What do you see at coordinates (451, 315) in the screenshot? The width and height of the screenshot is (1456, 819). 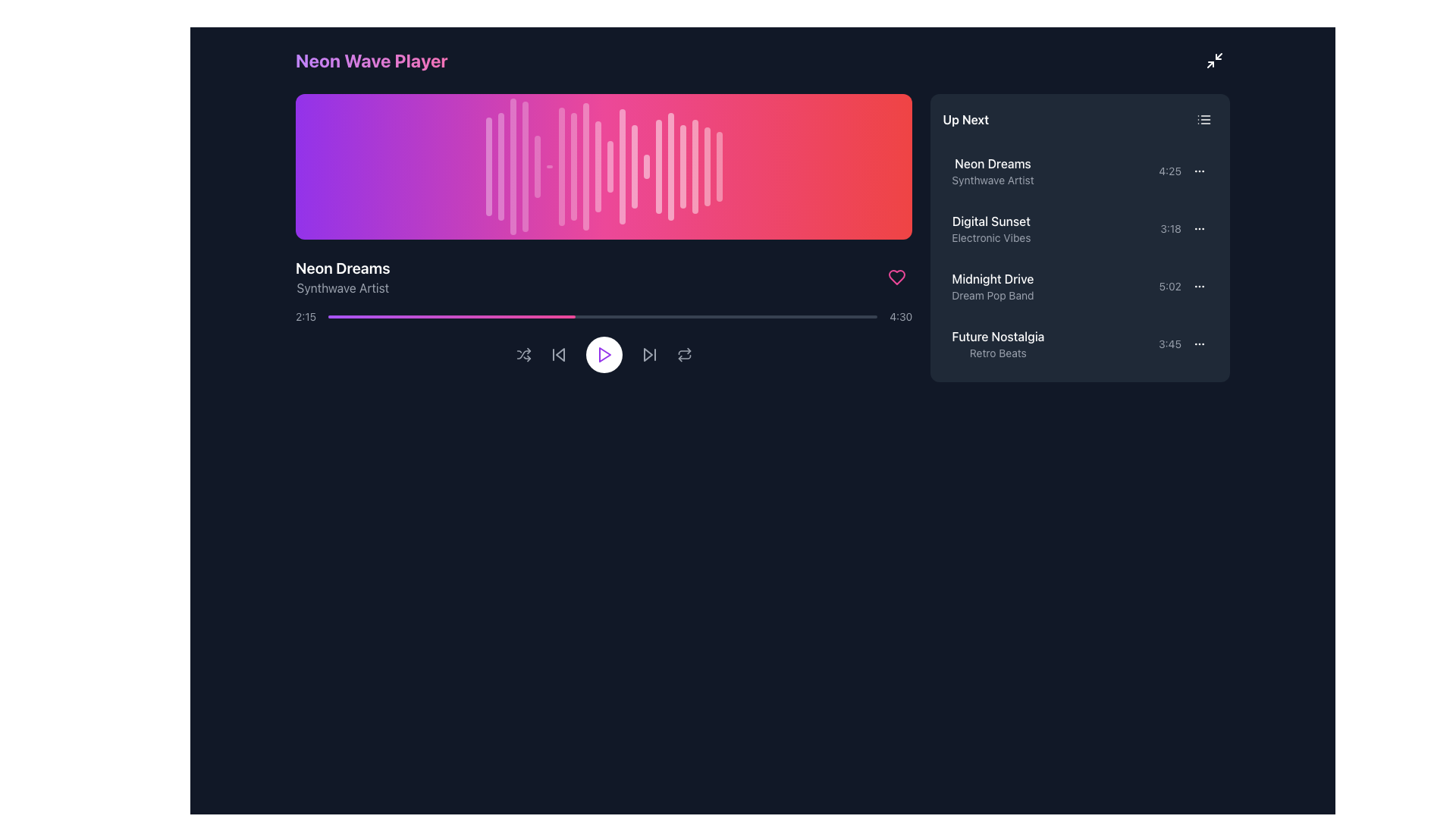 I see `the visual progress indicator, which is a horizontal gradient progress bar transitioning from purple to pink, located below the audio waveform and above the playback controls` at bounding box center [451, 315].